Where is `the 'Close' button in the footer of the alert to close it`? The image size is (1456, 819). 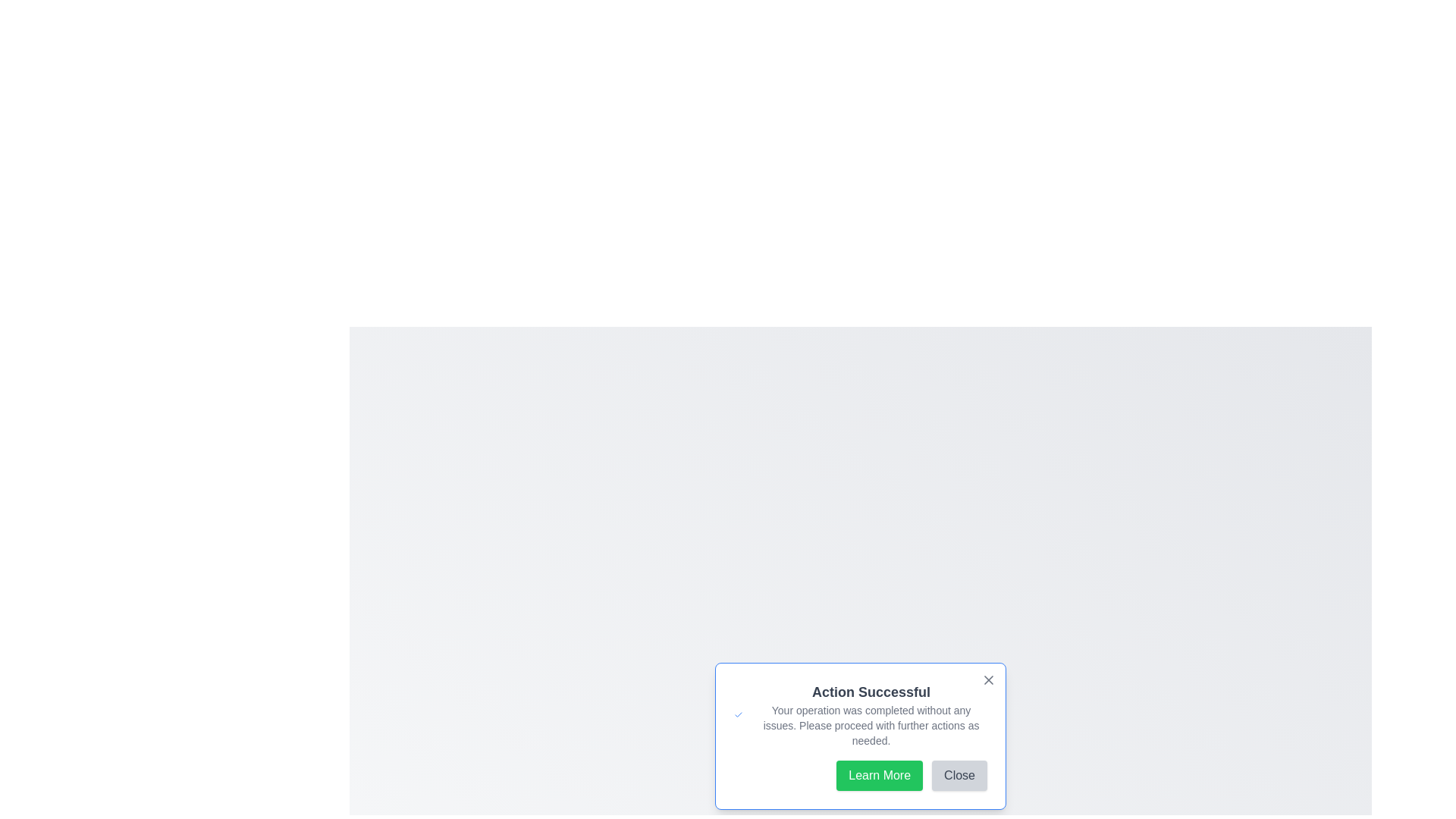 the 'Close' button in the footer of the alert to close it is located at coordinates (959, 775).